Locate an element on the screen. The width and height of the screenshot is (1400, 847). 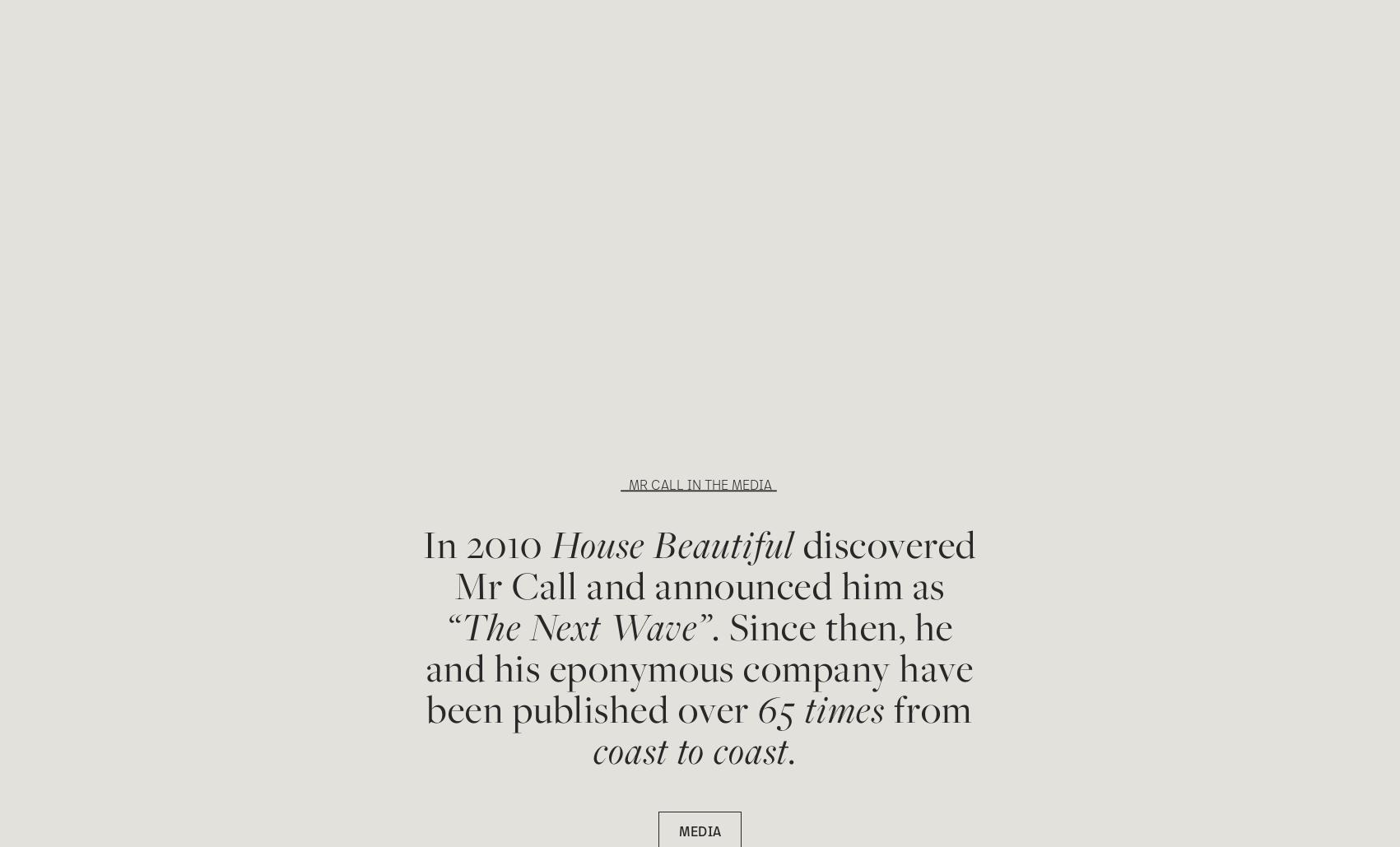
'In 2010' is located at coordinates (486, 543).